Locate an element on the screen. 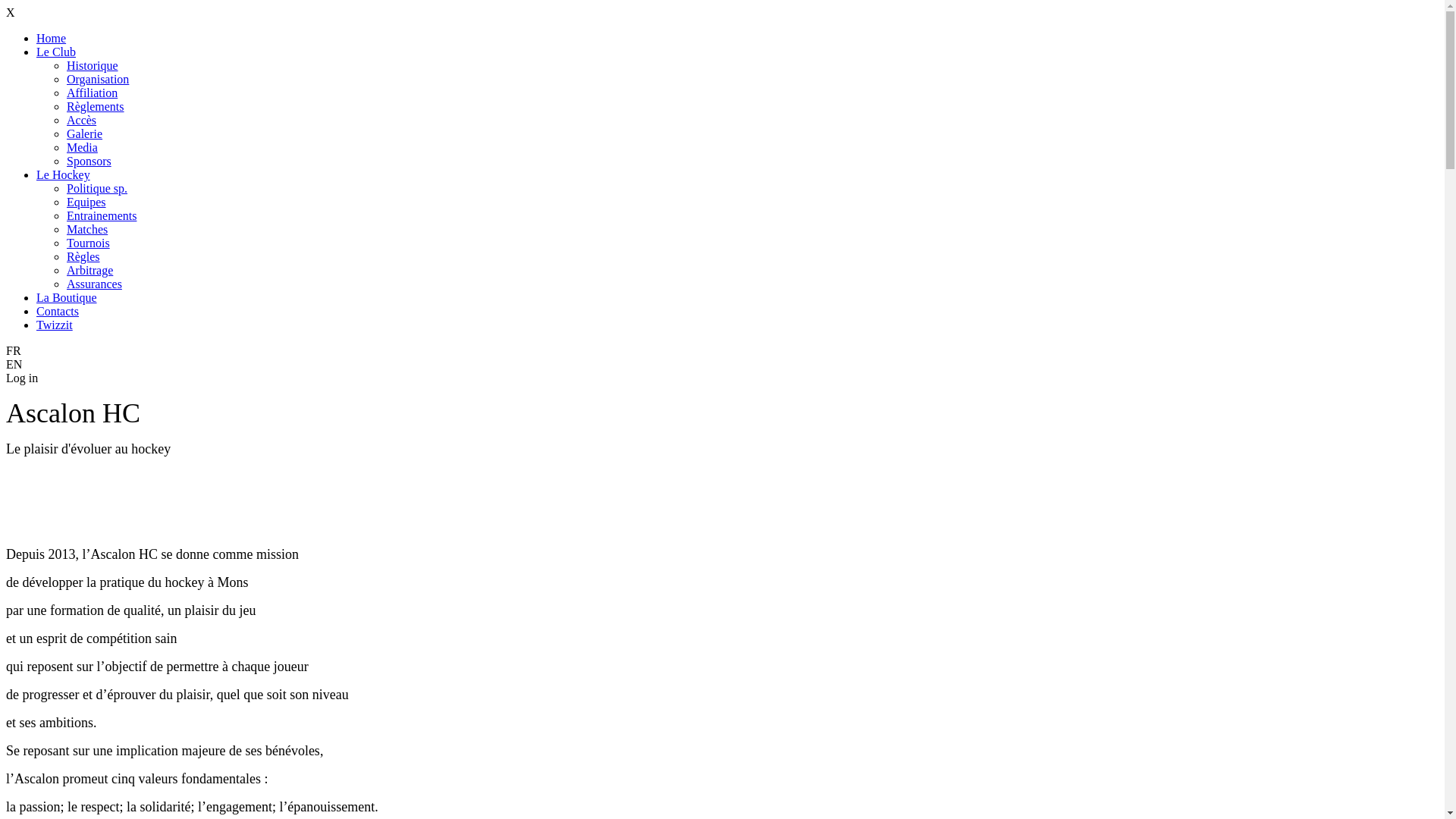  'Affiliation' is located at coordinates (91, 93).